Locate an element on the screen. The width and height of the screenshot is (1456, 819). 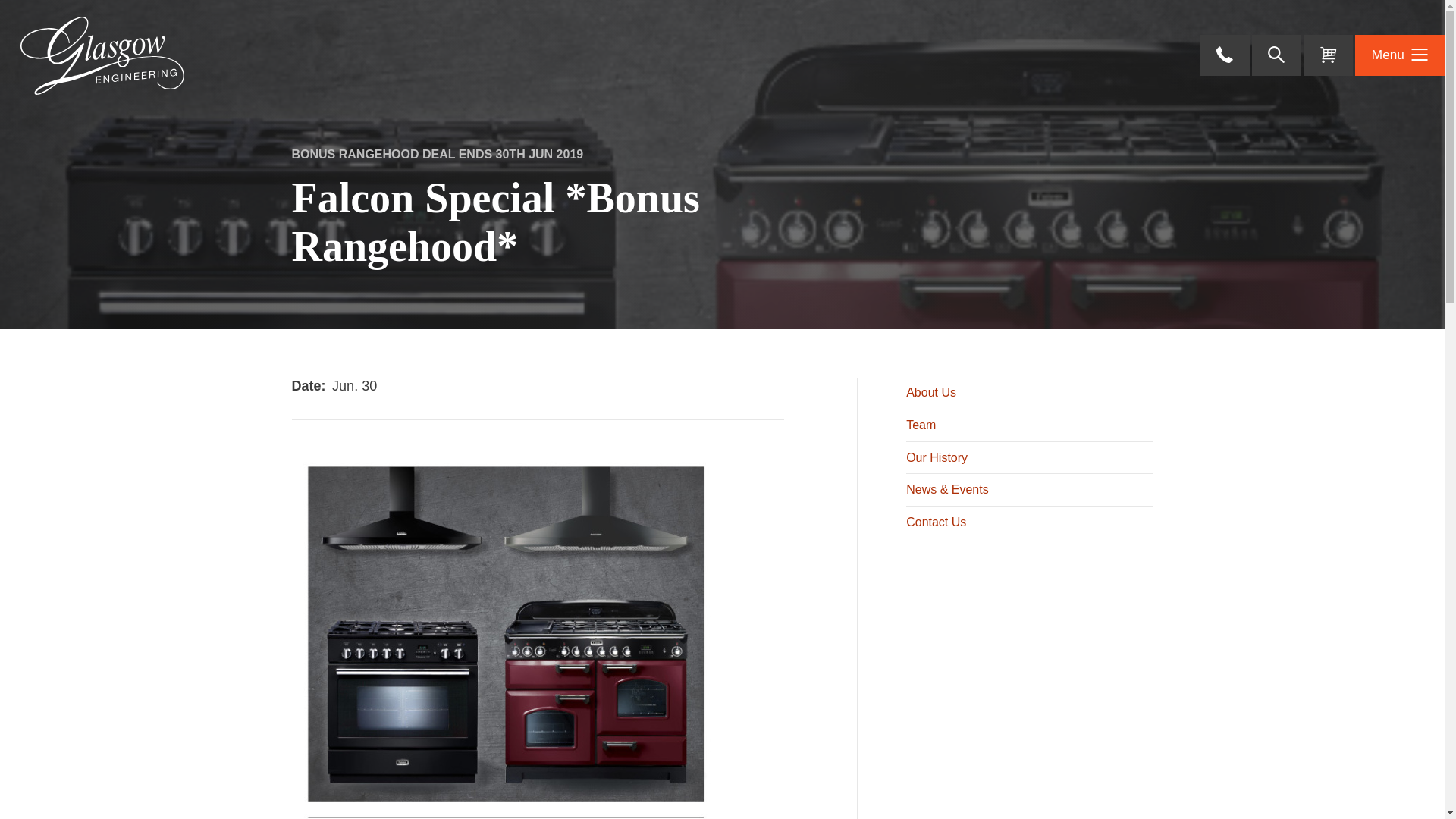
'Your Cart' is located at coordinates (1327, 55).